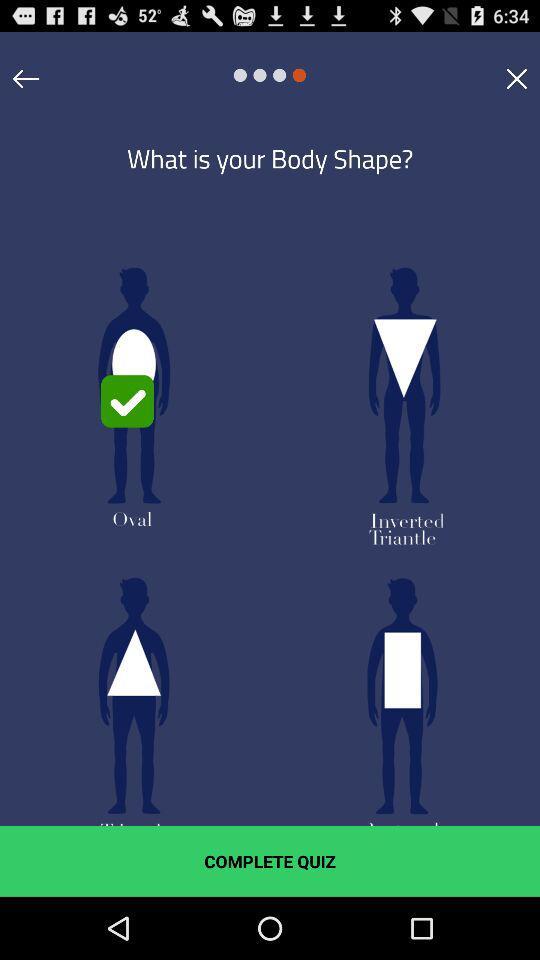  I want to click on the close icon, so click(516, 84).